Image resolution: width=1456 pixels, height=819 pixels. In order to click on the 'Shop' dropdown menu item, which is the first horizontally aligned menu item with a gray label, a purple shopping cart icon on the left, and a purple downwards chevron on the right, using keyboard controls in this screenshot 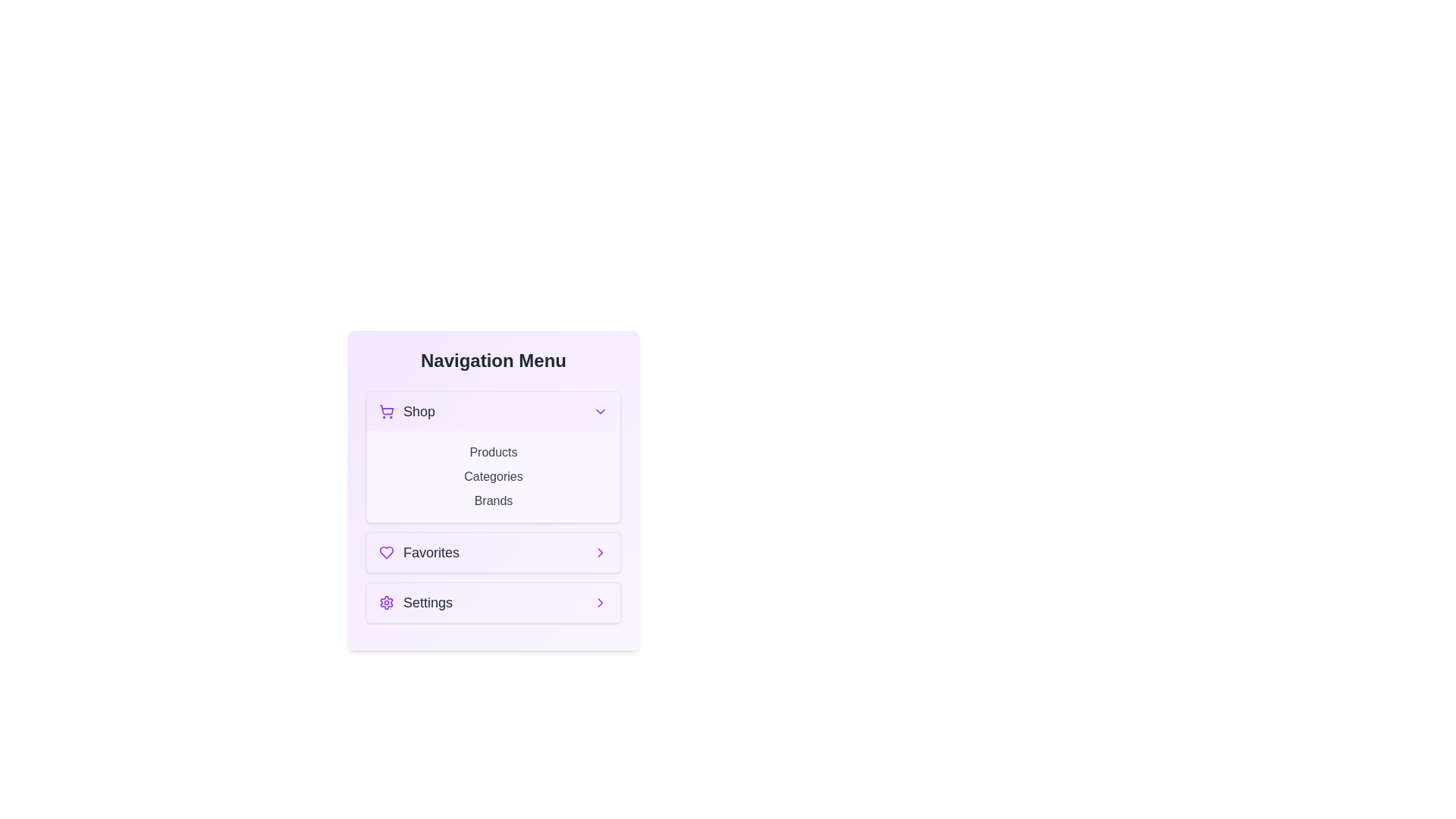, I will do `click(494, 412)`.